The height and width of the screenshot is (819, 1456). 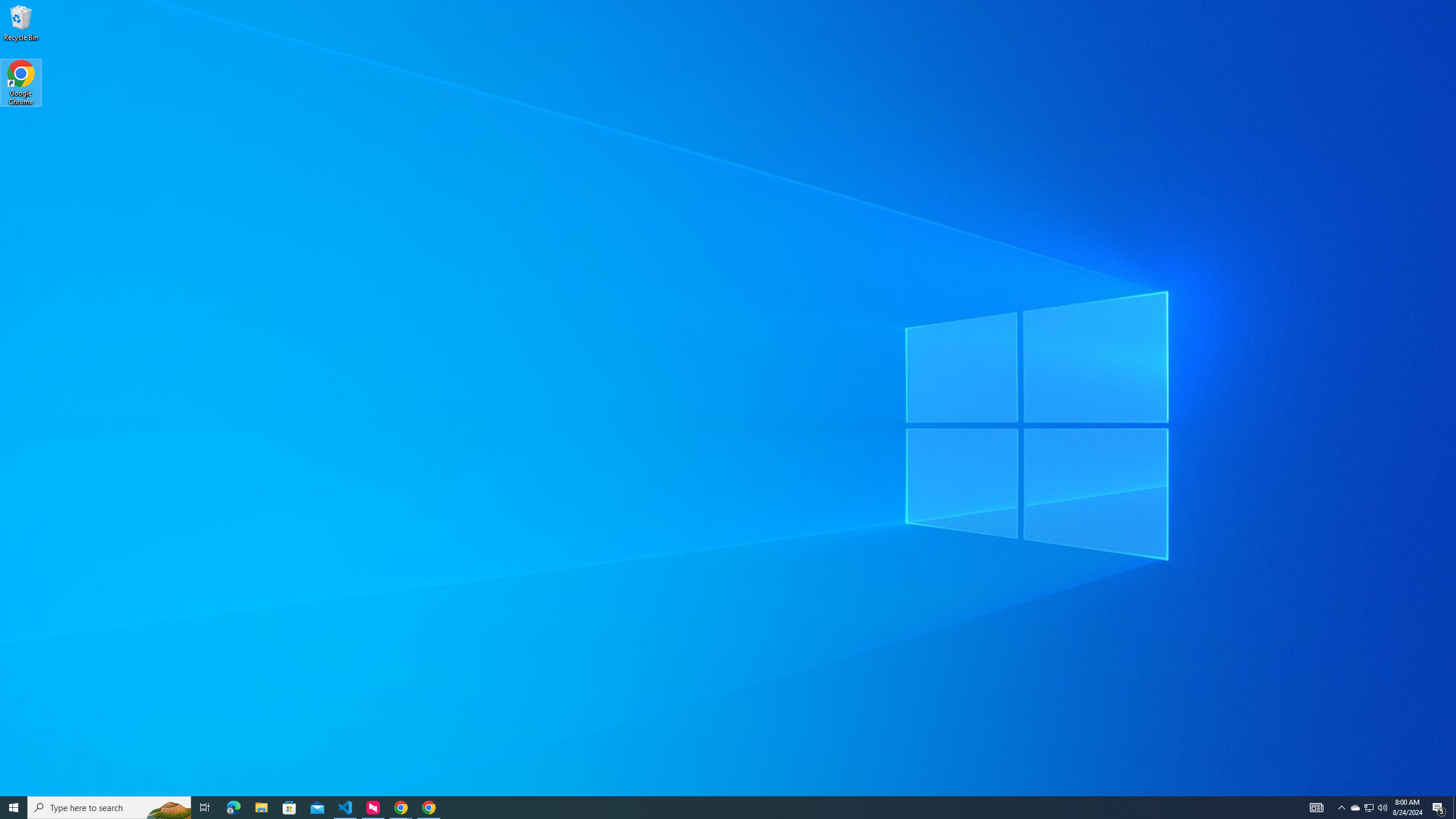 I want to click on 'Google Chrome', so click(x=20, y=82).